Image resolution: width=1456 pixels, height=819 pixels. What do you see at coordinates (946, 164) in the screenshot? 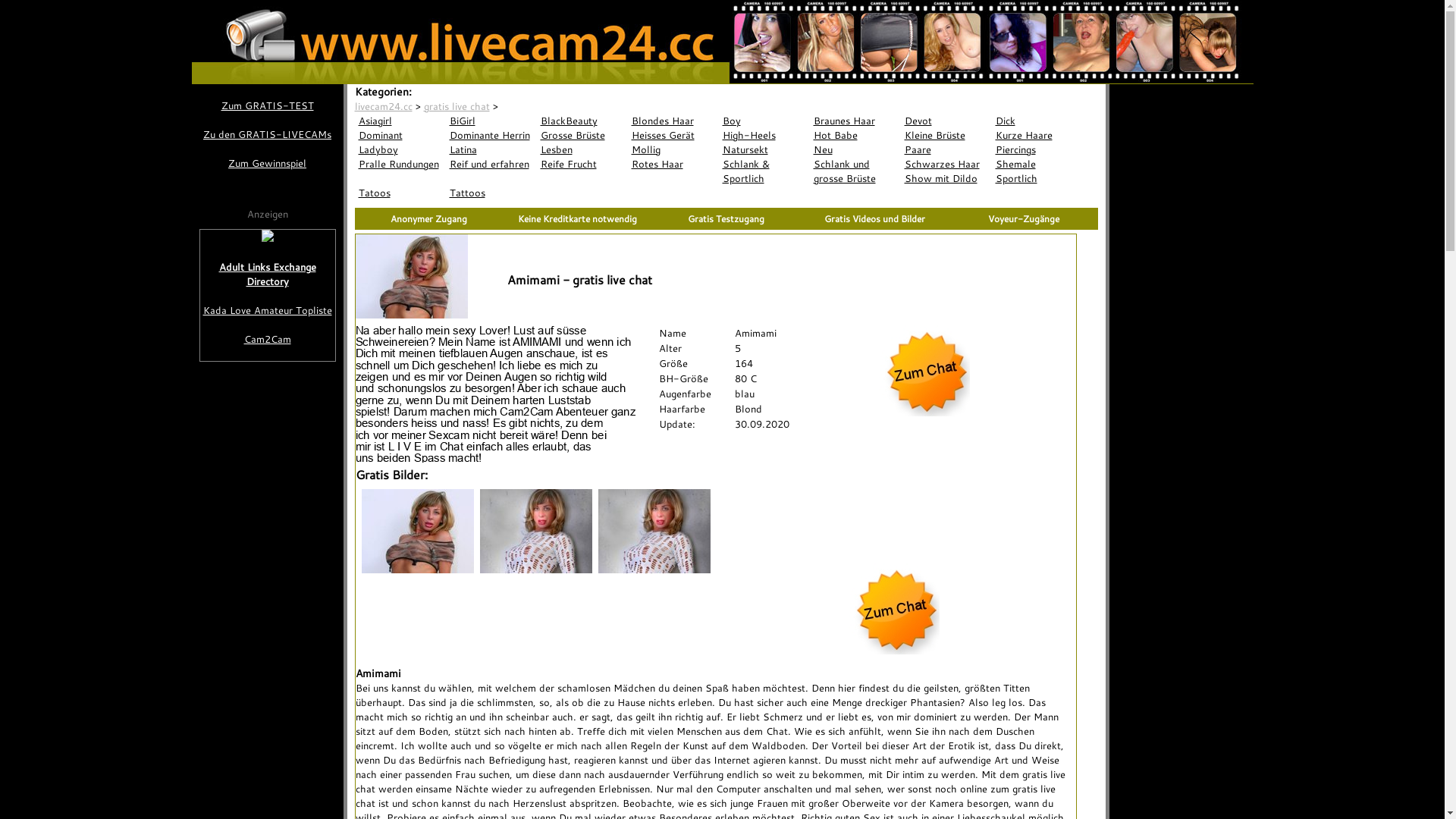
I see `'Schwarzes Haar'` at bounding box center [946, 164].